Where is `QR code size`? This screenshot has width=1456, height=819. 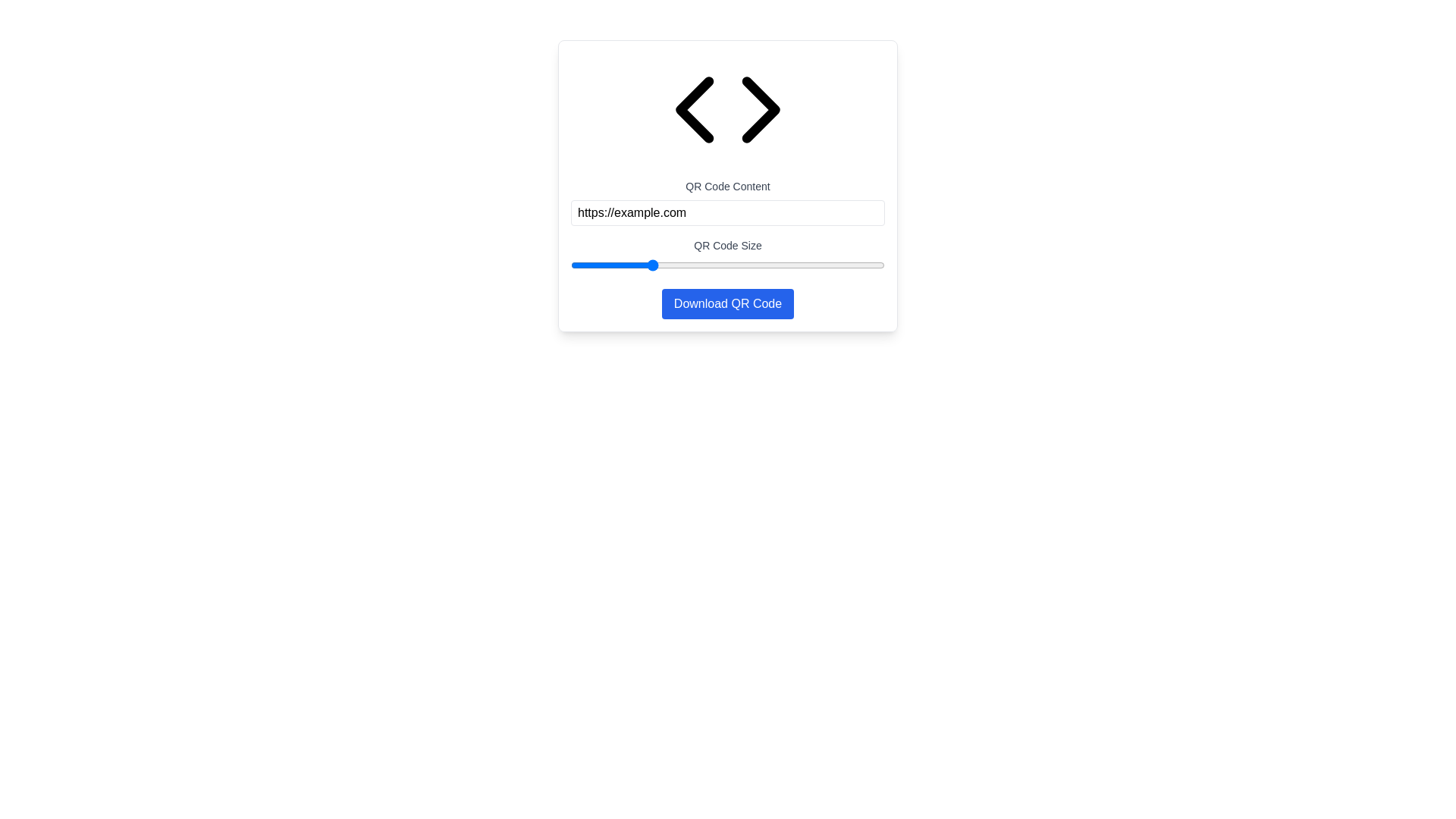
QR code size is located at coordinates (620, 265).